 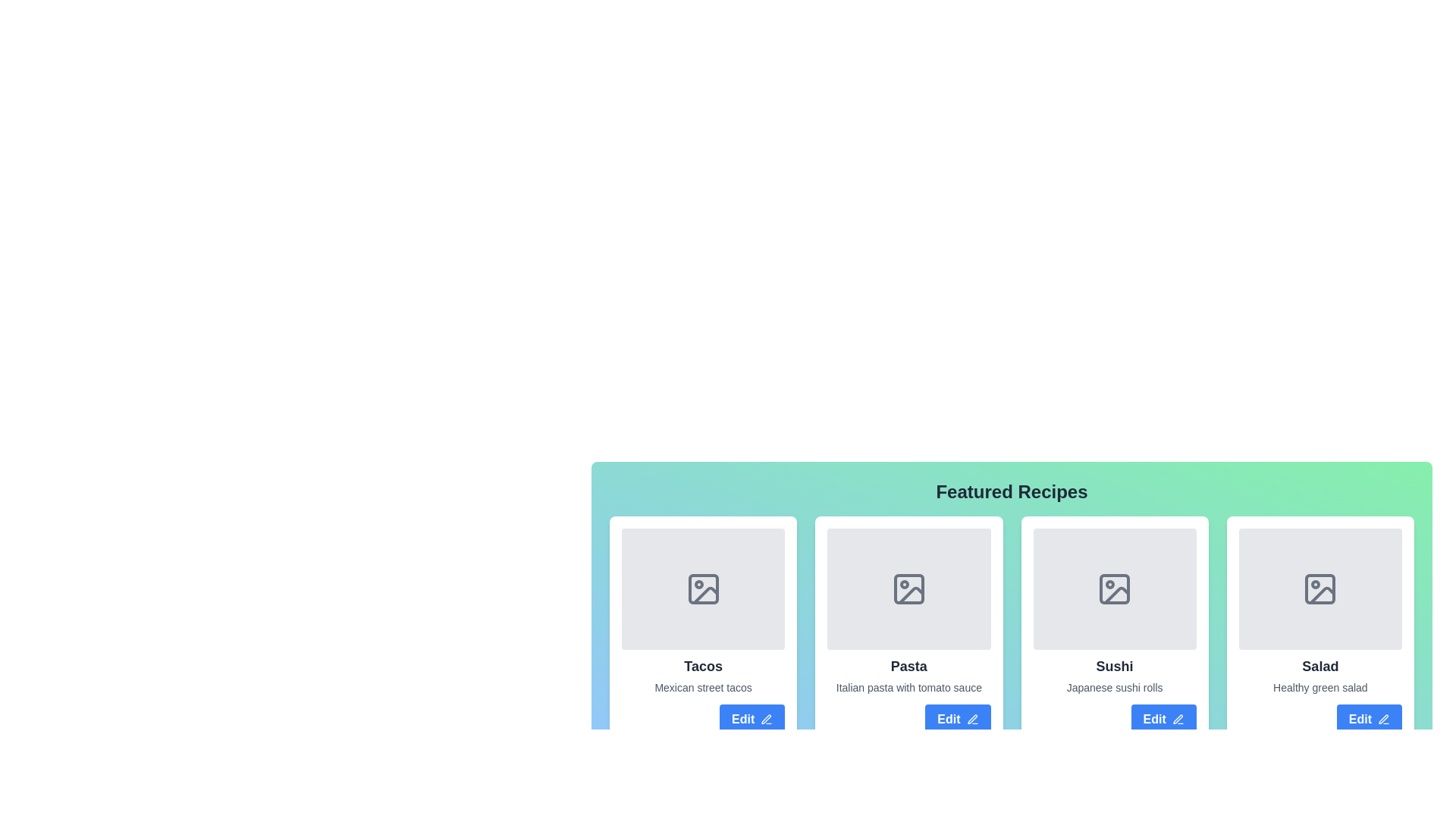 What do you see at coordinates (1319, 632) in the screenshot?
I see `the placeholder image of the Salad recipe card, which is the fourth card in a horizontal grid layout of recipe cards` at bounding box center [1319, 632].